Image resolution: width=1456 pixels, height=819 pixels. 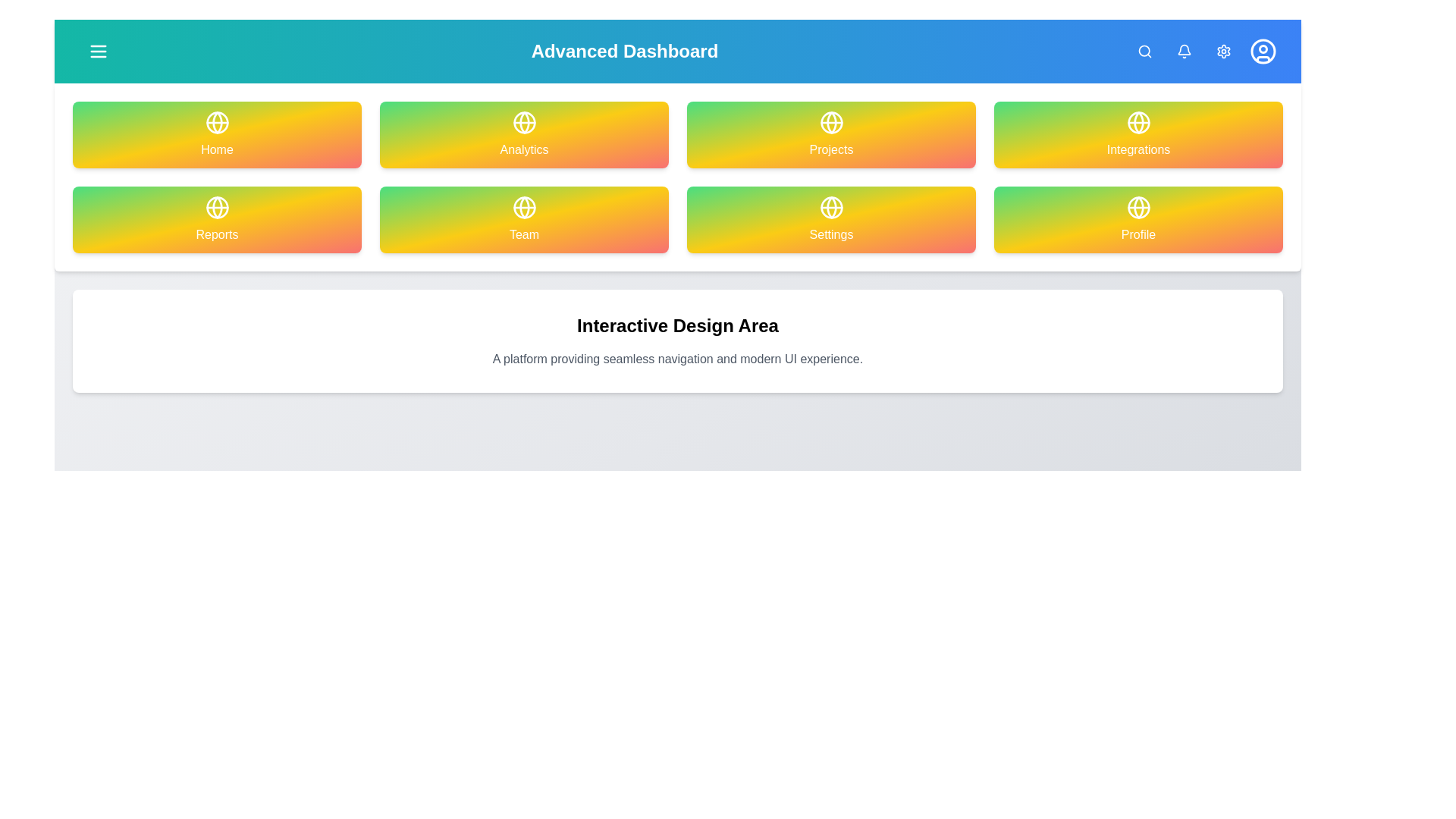 What do you see at coordinates (1138, 133) in the screenshot?
I see `the navigation item labeled Integrations` at bounding box center [1138, 133].